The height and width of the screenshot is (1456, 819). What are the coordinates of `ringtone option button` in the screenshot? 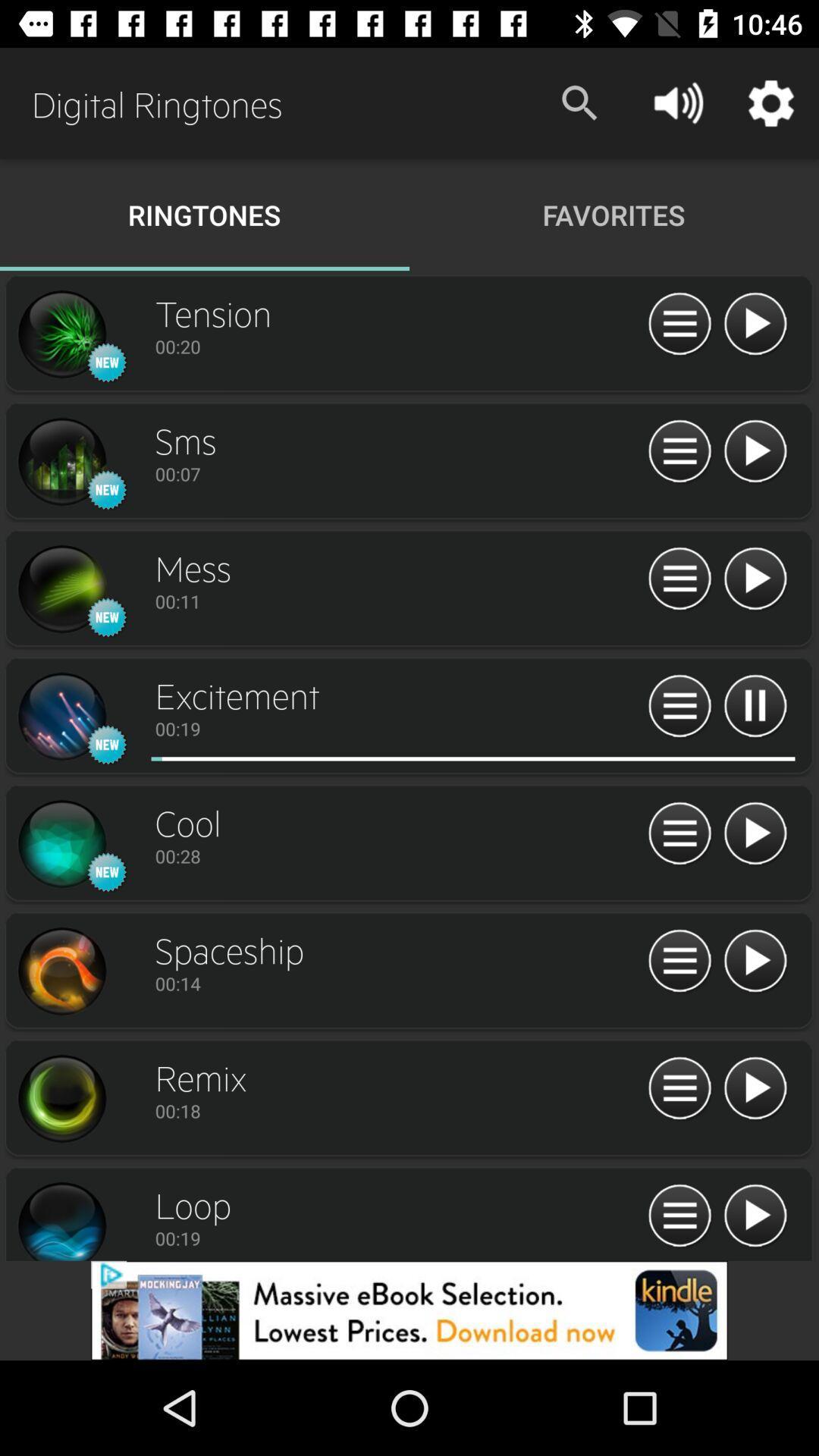 It's located at (679, 324).